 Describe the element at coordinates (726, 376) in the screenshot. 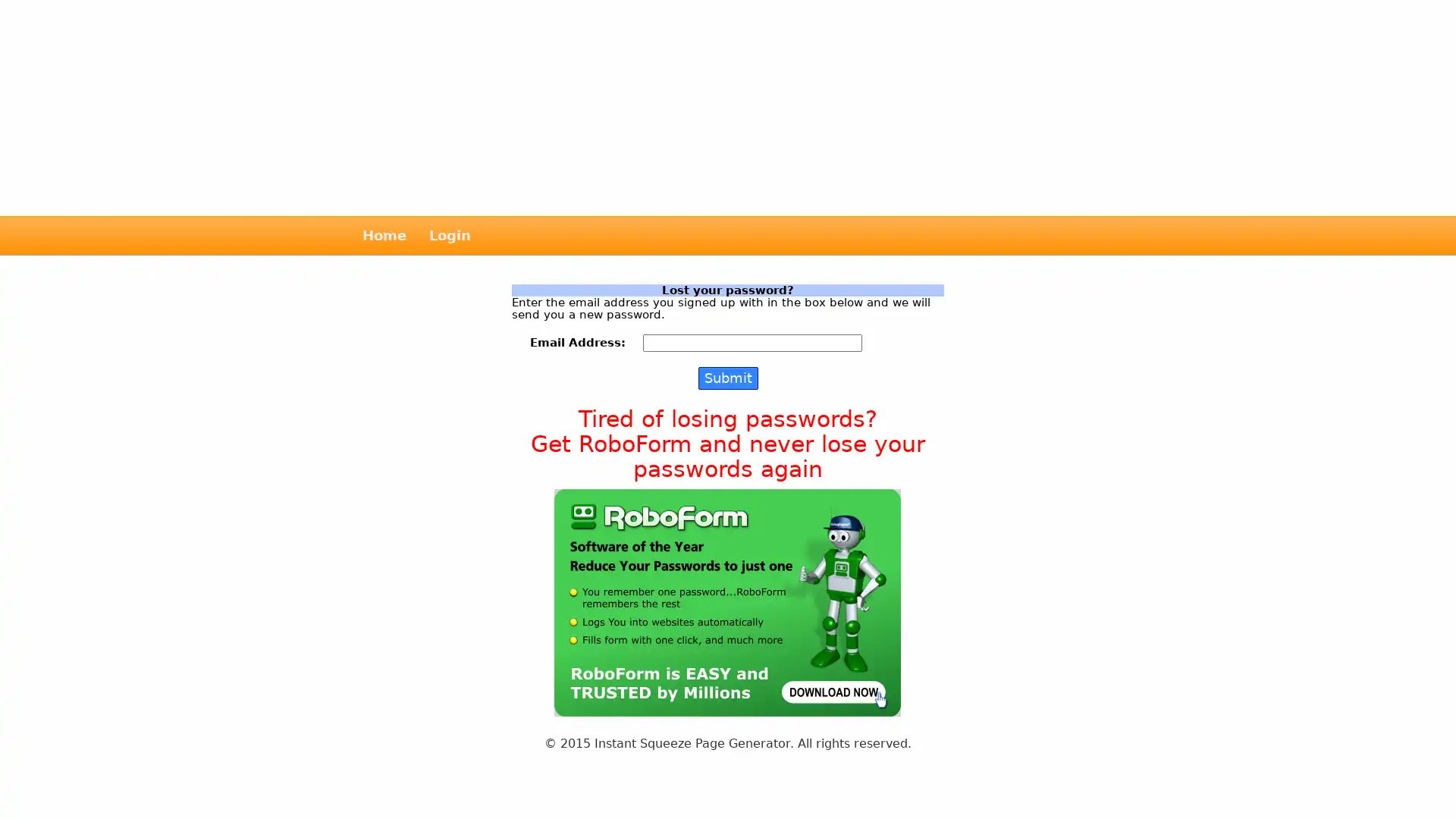

I see `Submit` at that location.